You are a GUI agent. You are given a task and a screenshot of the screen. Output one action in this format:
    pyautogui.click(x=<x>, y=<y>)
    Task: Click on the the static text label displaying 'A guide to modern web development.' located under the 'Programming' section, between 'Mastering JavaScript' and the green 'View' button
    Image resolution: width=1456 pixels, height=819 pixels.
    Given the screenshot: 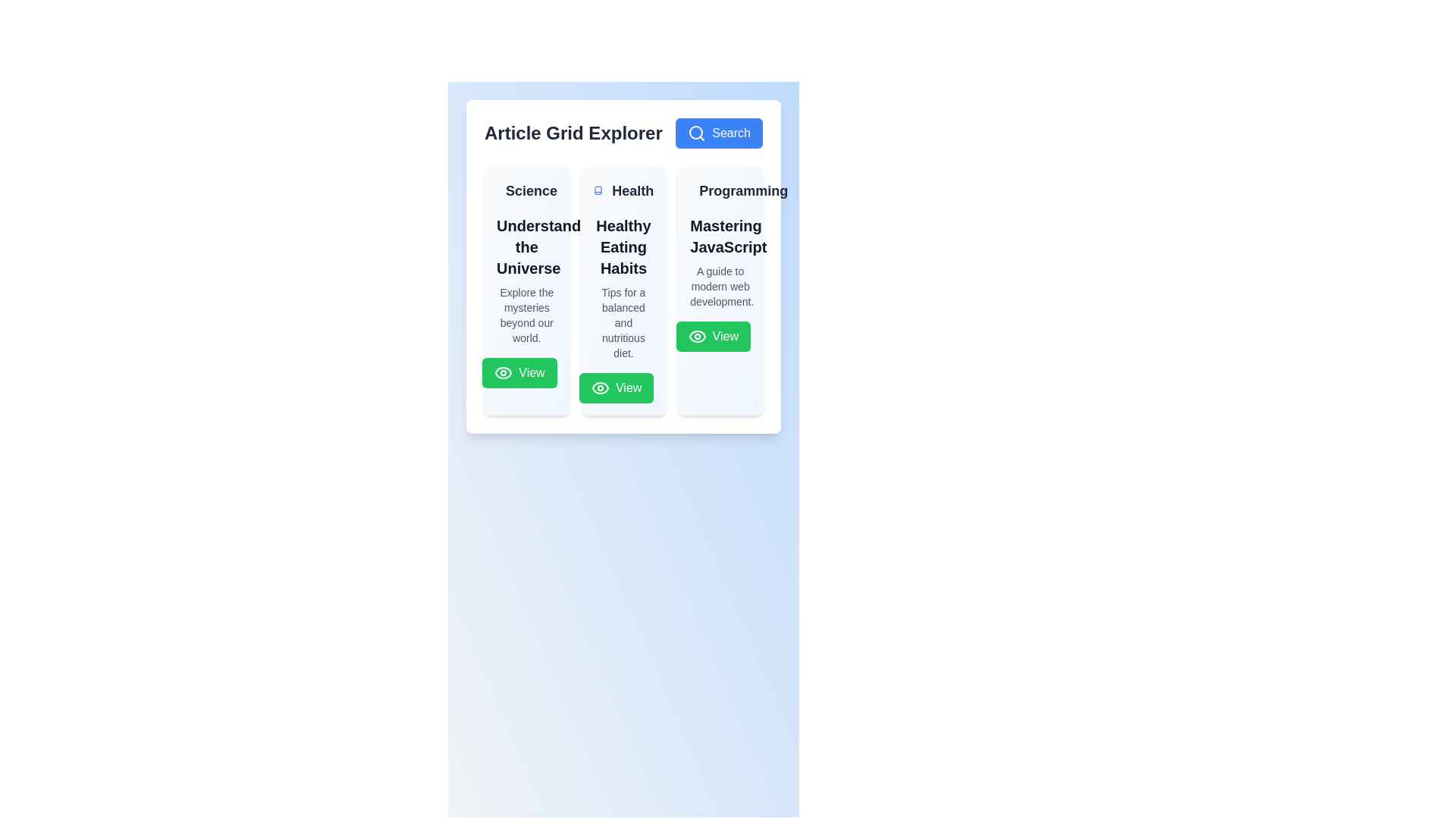 What is the action you would take?
    pyautogui.click(x=720, y=287)
    